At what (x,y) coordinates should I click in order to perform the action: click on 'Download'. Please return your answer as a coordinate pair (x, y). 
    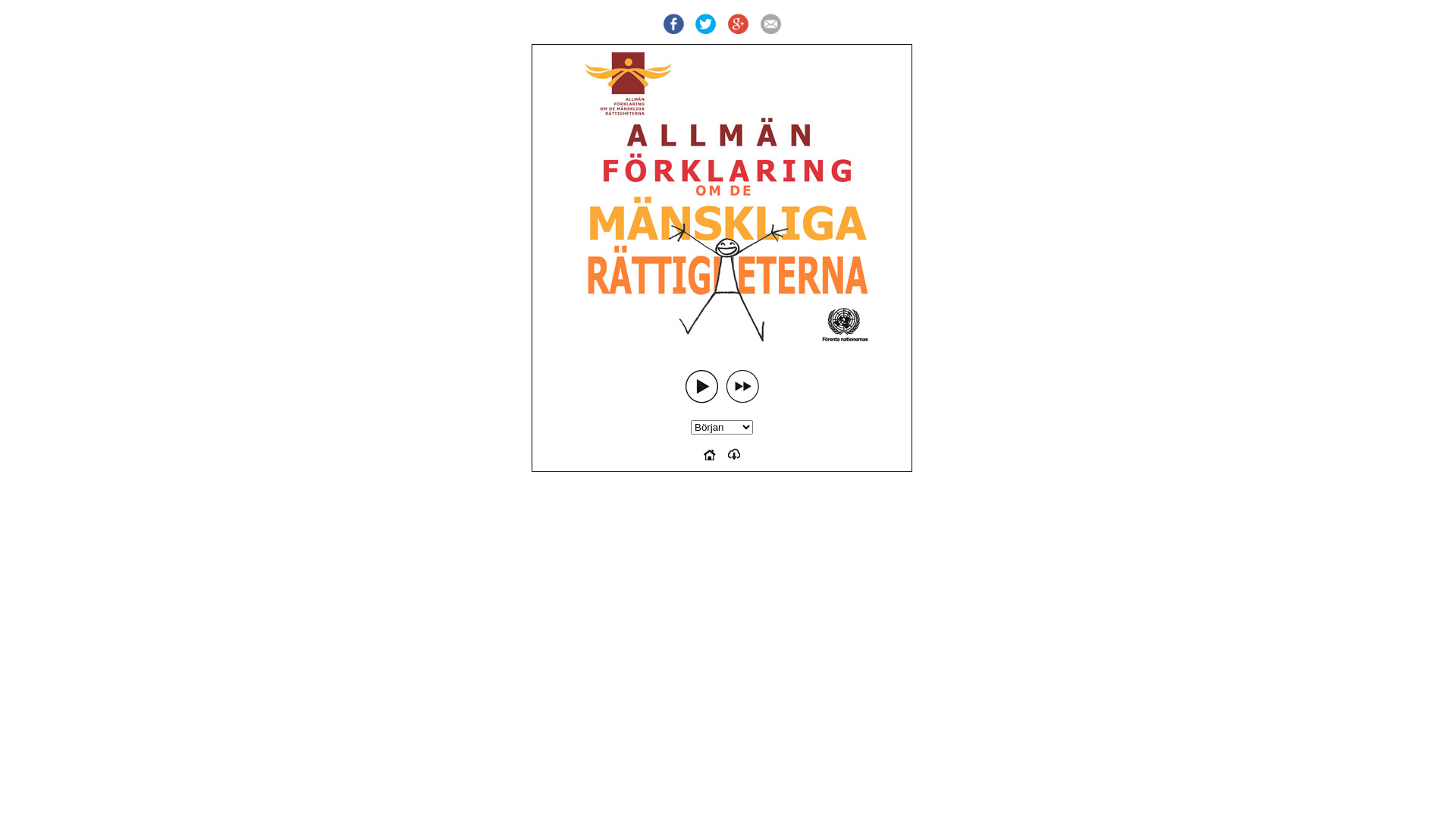
    Looking at the image, I should click on (734, 455).